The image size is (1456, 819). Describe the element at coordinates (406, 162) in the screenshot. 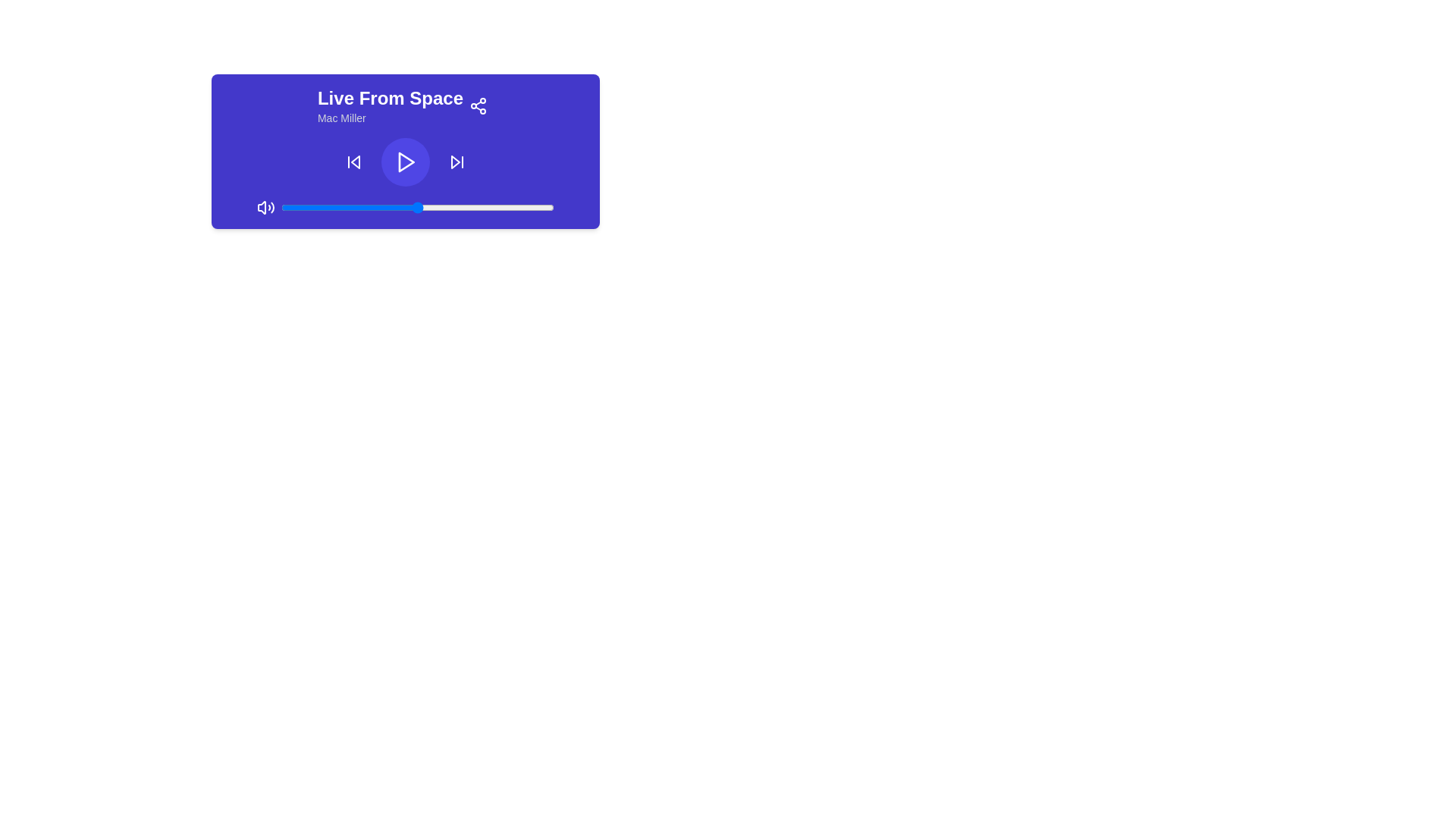

I see `the play button icon located at the center of the circular shape in the music player interface to initiate or resume playback` at that location.